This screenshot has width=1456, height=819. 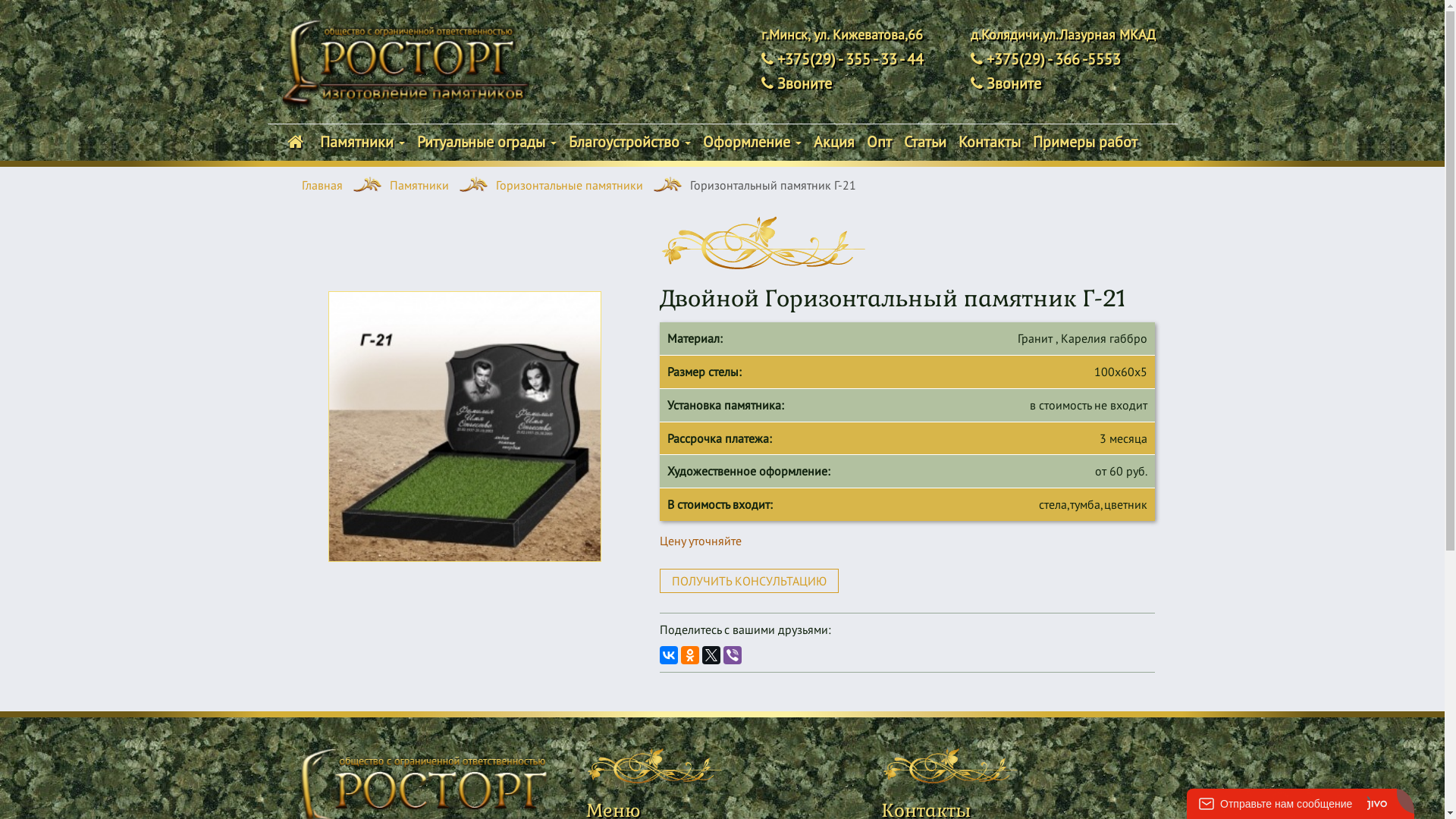 What do you see at coordinates (732, 654) in the screenshot?
I see `'Viber'` at bounding box center [732, 654].